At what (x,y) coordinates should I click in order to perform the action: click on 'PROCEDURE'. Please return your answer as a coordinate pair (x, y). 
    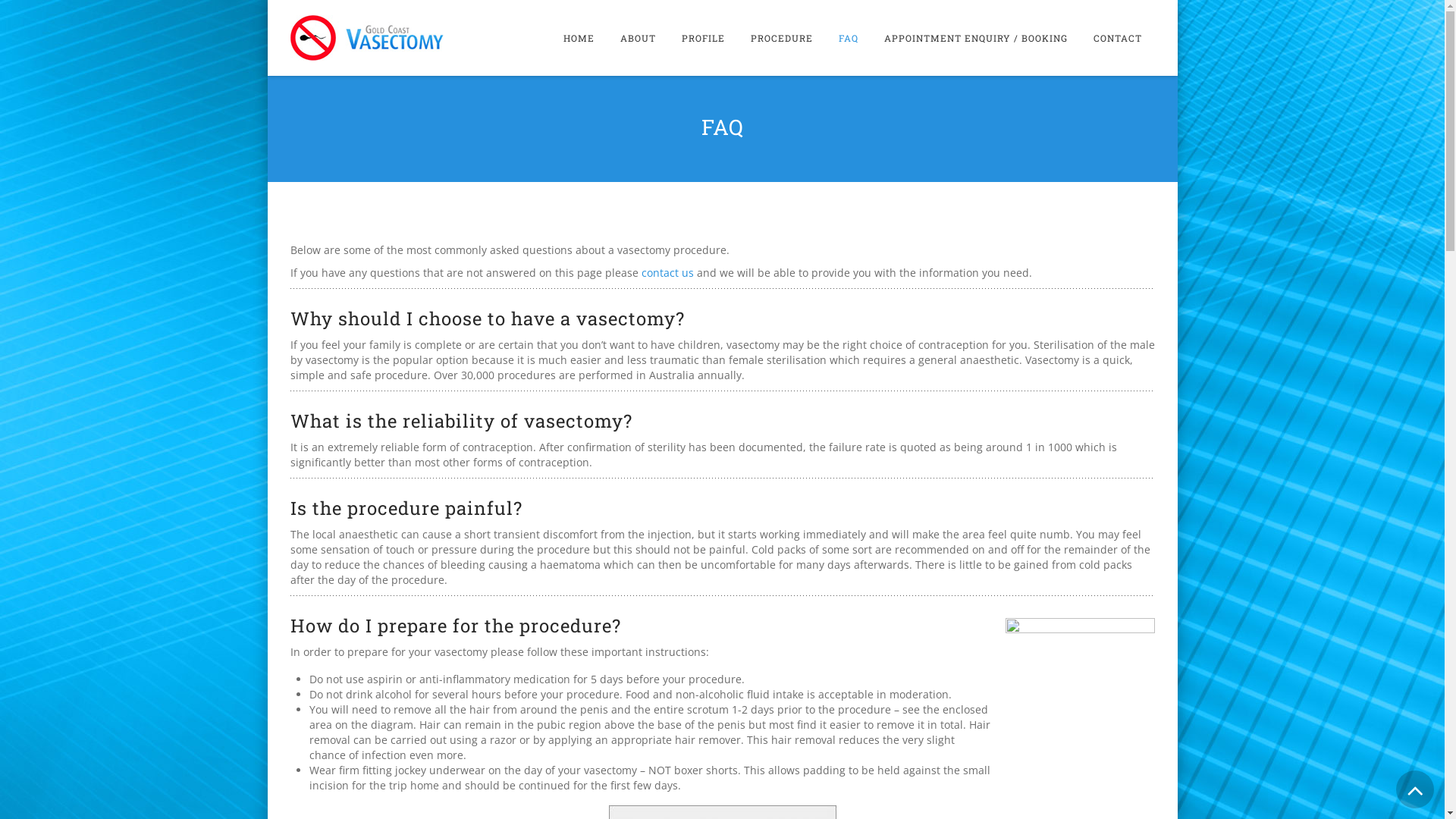
    Looking at the image, I should click on (781, 37).